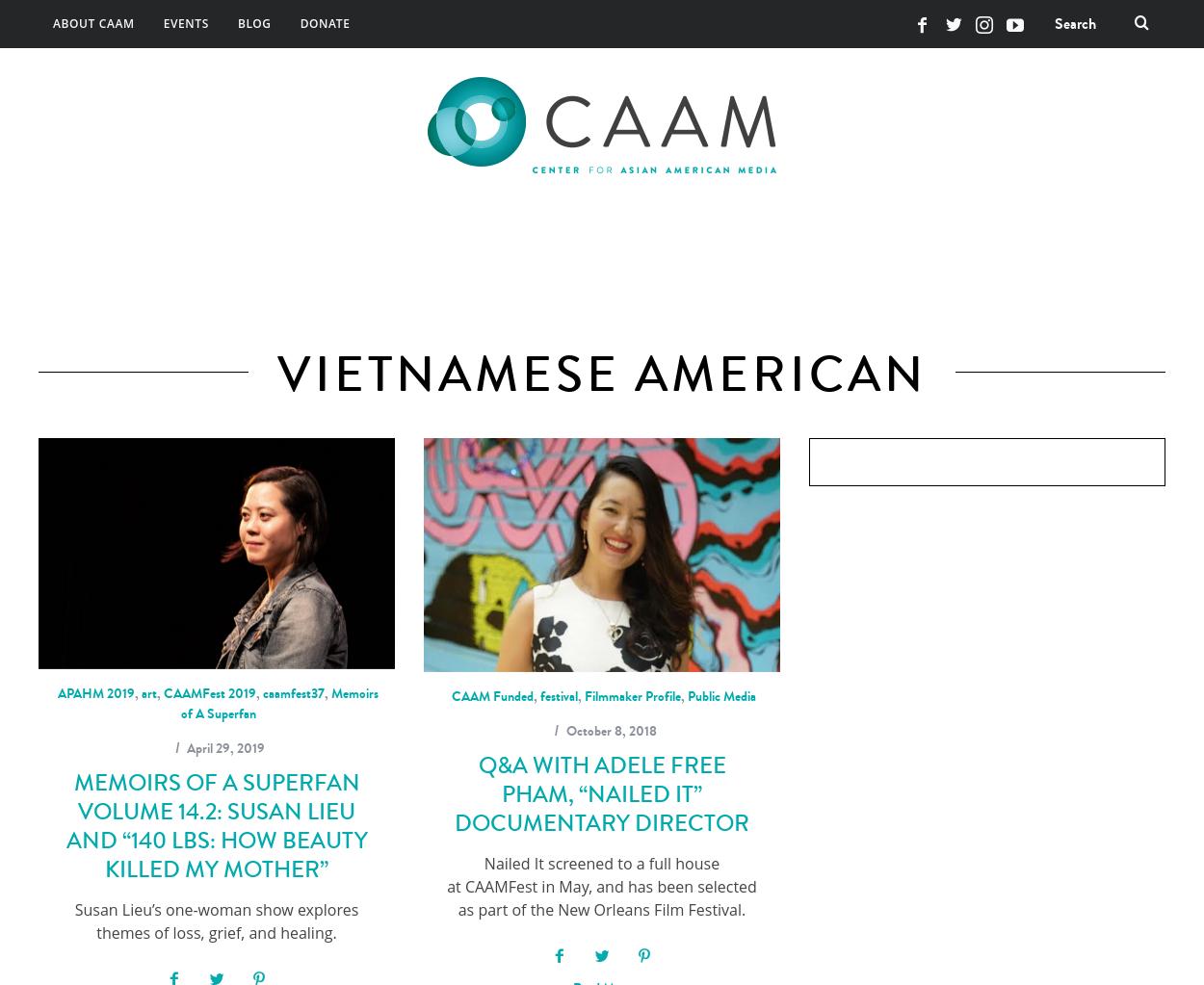 This screenshot has width=1204, height=985. What do you see at coordinates (730, 246) in the screenshot?
I see `'For Mediamakers'` at bounding box center [730, 246].